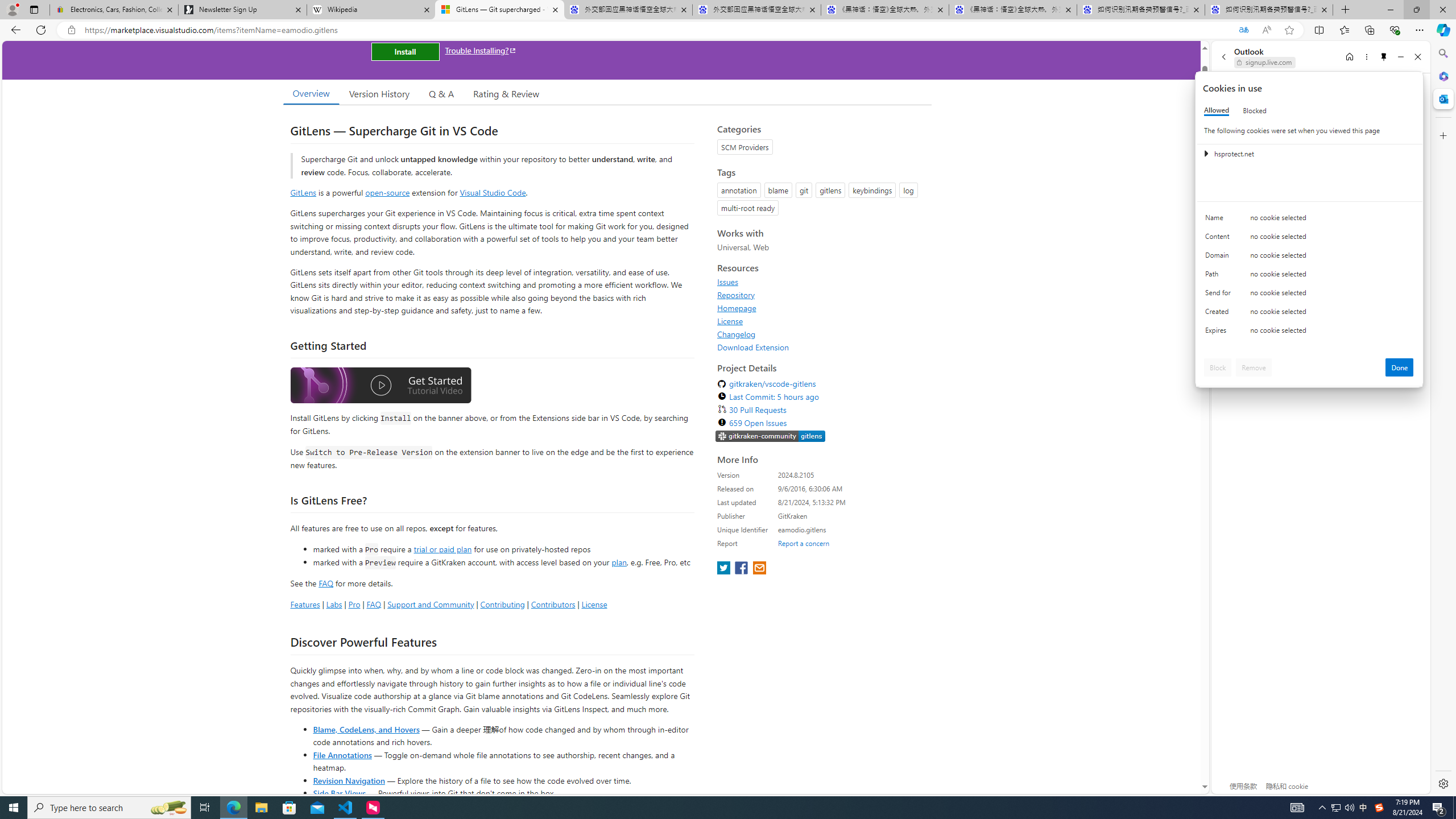 The width and height of the screenshot is (1456, 819). Describe the element at coordinates (1254, 367) in the screenshot. I see `'Remove'` at that location.